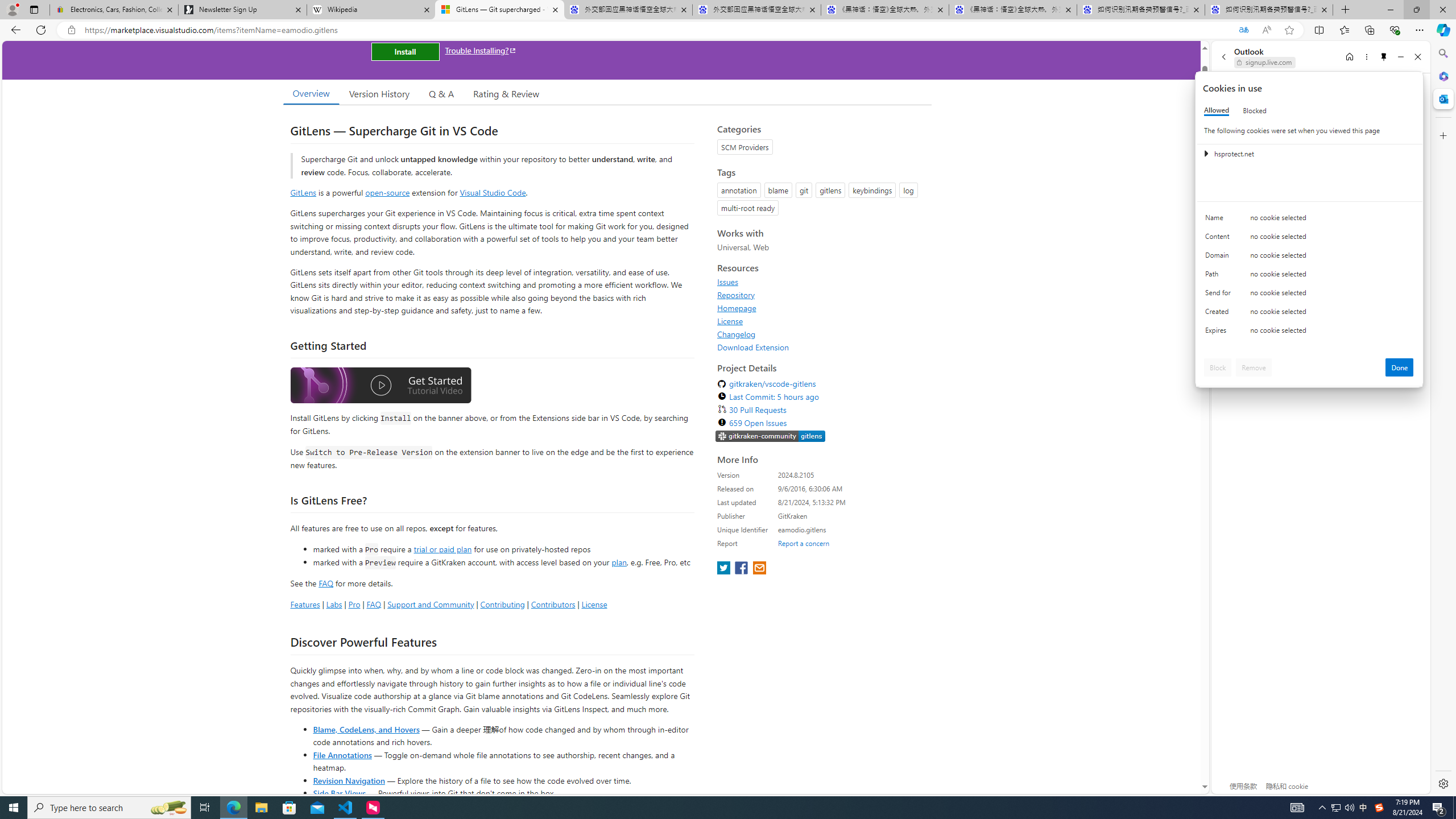 The width and height of the screenshot is (1456, 819). Describe the element at coordinates (1254, 367) in the screenshot. I see `'Remove'` at that location.